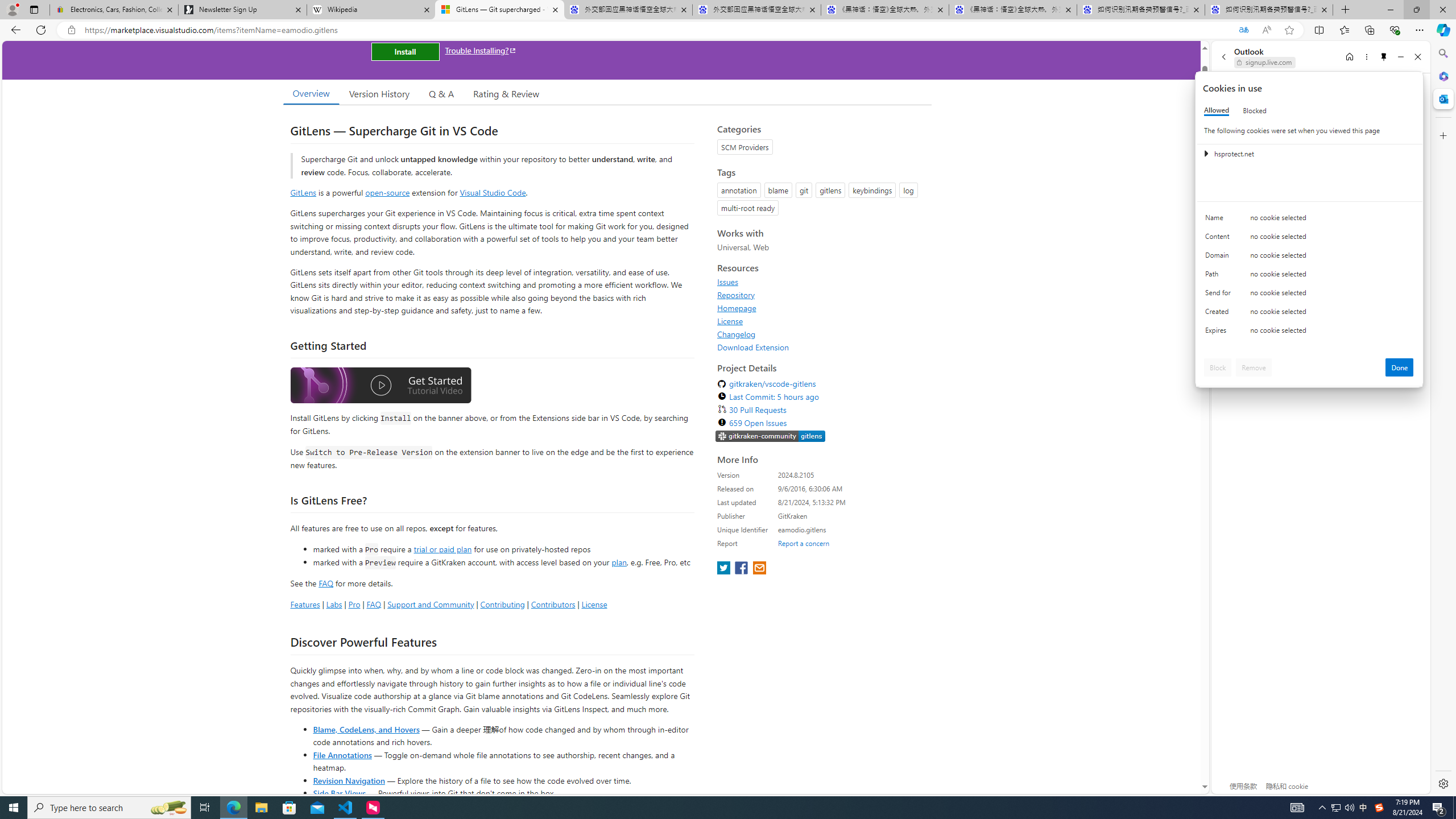 The width and height of the screenshot is (1456, 819). Describe the element at coordinates (1254, 367) in the screenshot. I see `'Remove'` at that location.